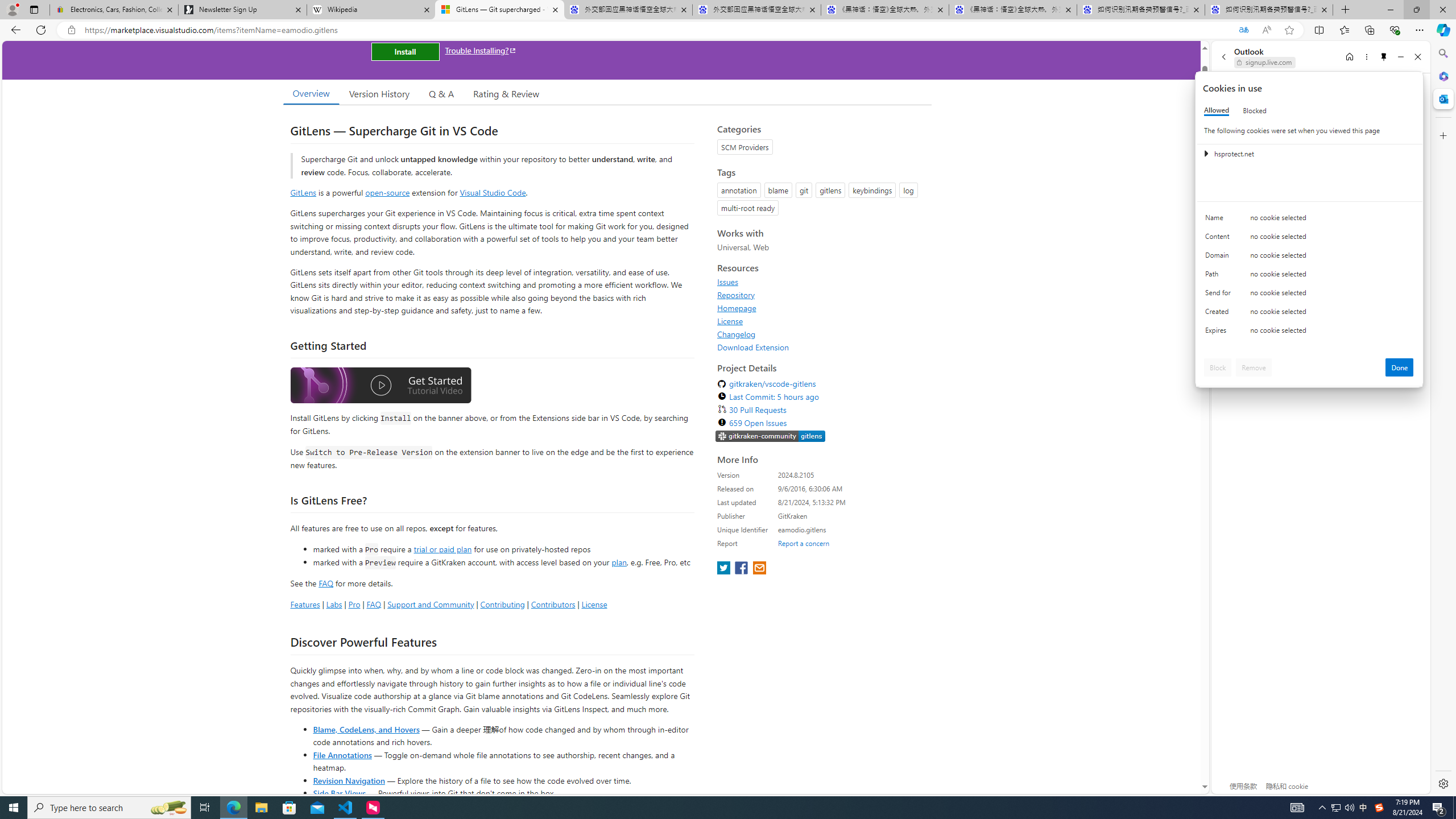 The width and height of the screenshot is (1456, 819). Describe the element at coordinates (1254, 367) in the screenshot. I see `'Remove'` at that location.